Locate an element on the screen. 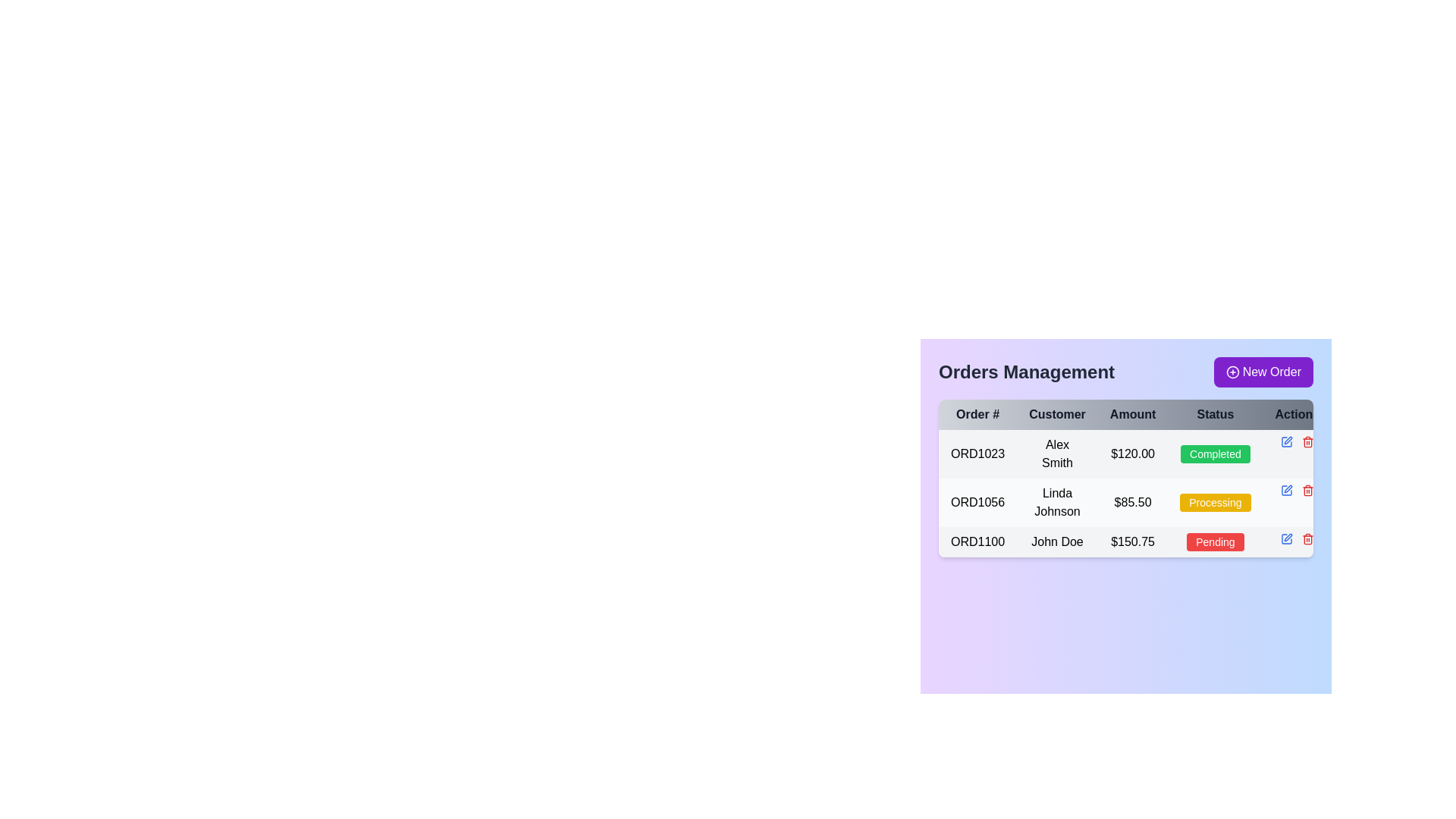  the first table row in the 'Orders Management' section is located at coordinates (1135, 453).